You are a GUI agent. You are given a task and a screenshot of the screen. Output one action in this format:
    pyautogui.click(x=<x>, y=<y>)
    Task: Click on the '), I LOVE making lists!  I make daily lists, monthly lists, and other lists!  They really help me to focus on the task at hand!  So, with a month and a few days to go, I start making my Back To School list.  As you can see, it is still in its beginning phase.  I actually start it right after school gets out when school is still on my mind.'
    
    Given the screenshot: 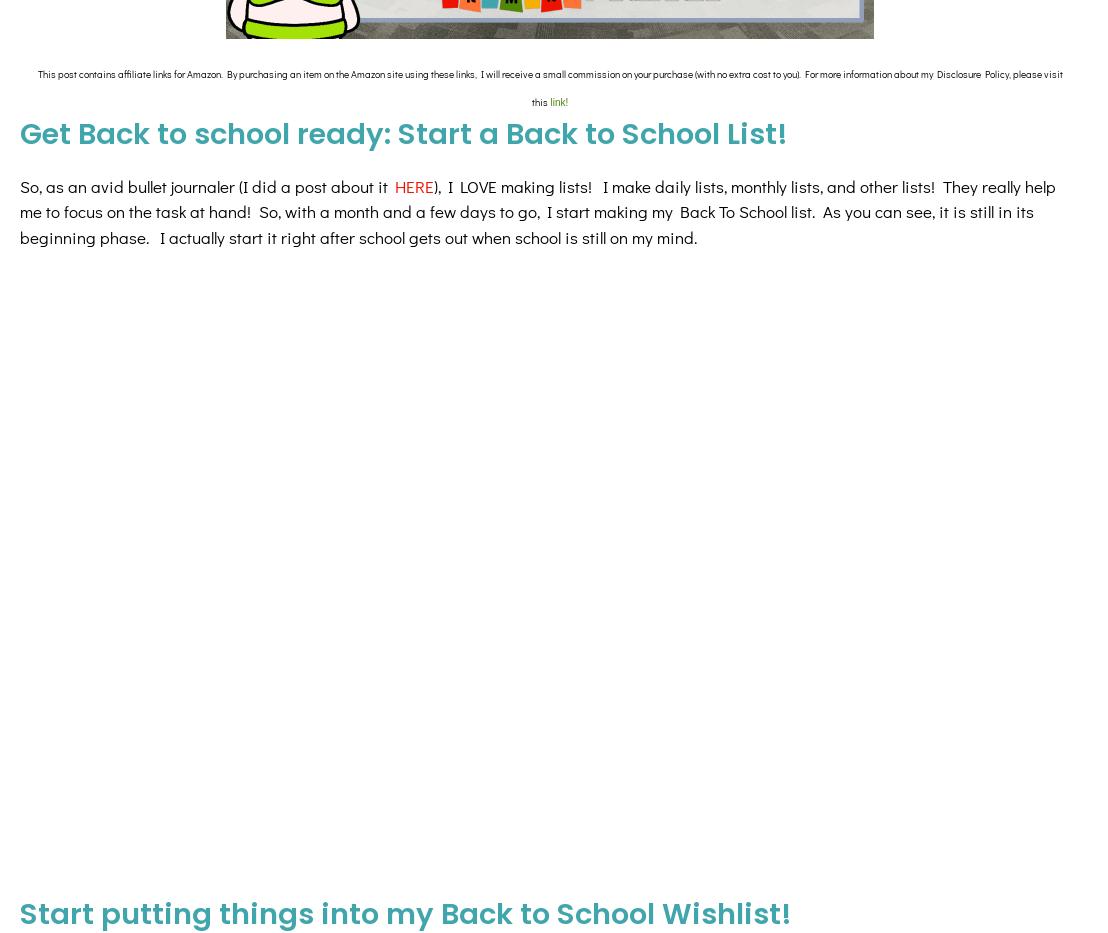 What is the action you would take?
    pyautogui.click(x=537, y=210)
    